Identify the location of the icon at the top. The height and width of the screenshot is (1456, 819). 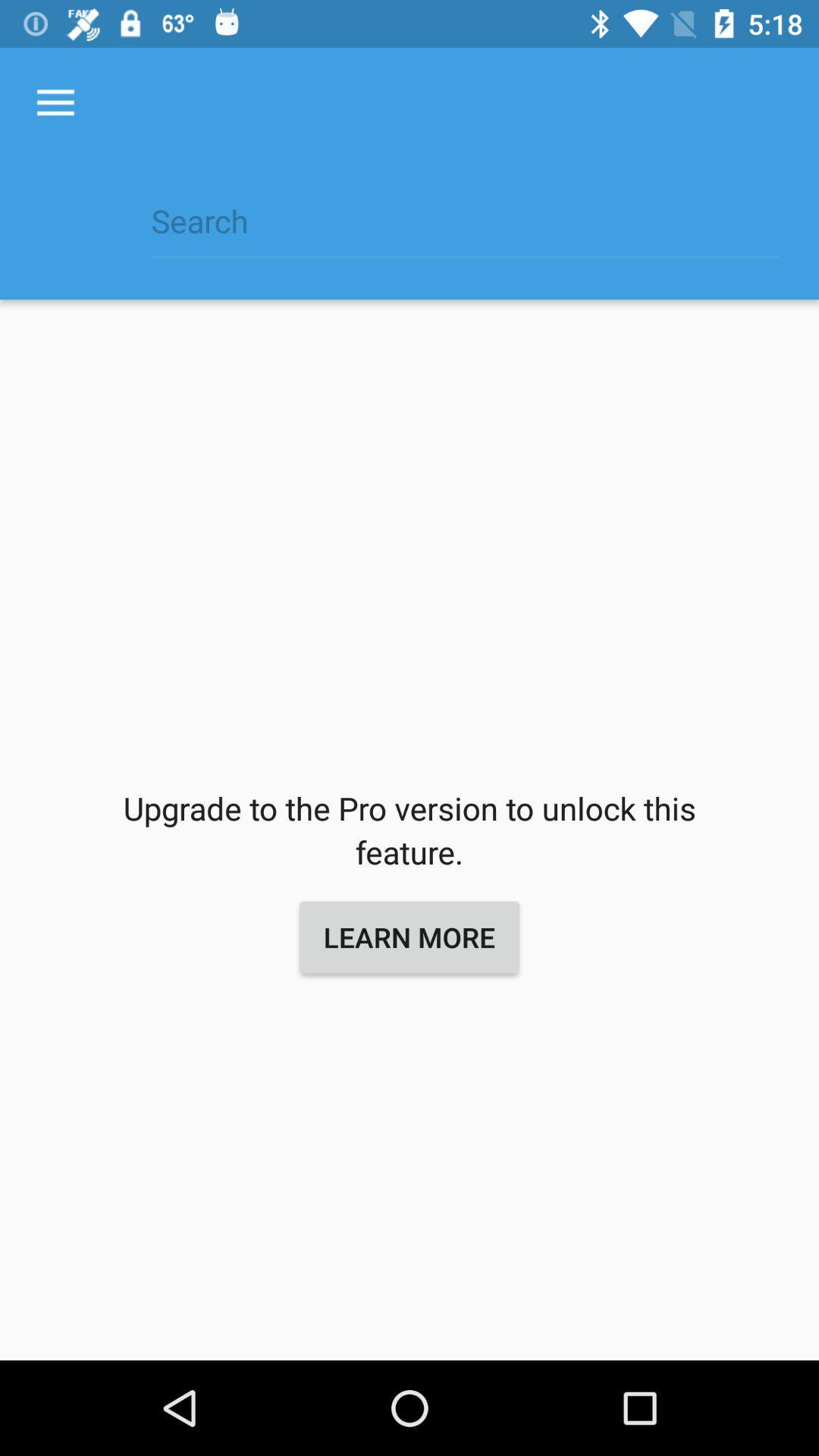
(464, 228).